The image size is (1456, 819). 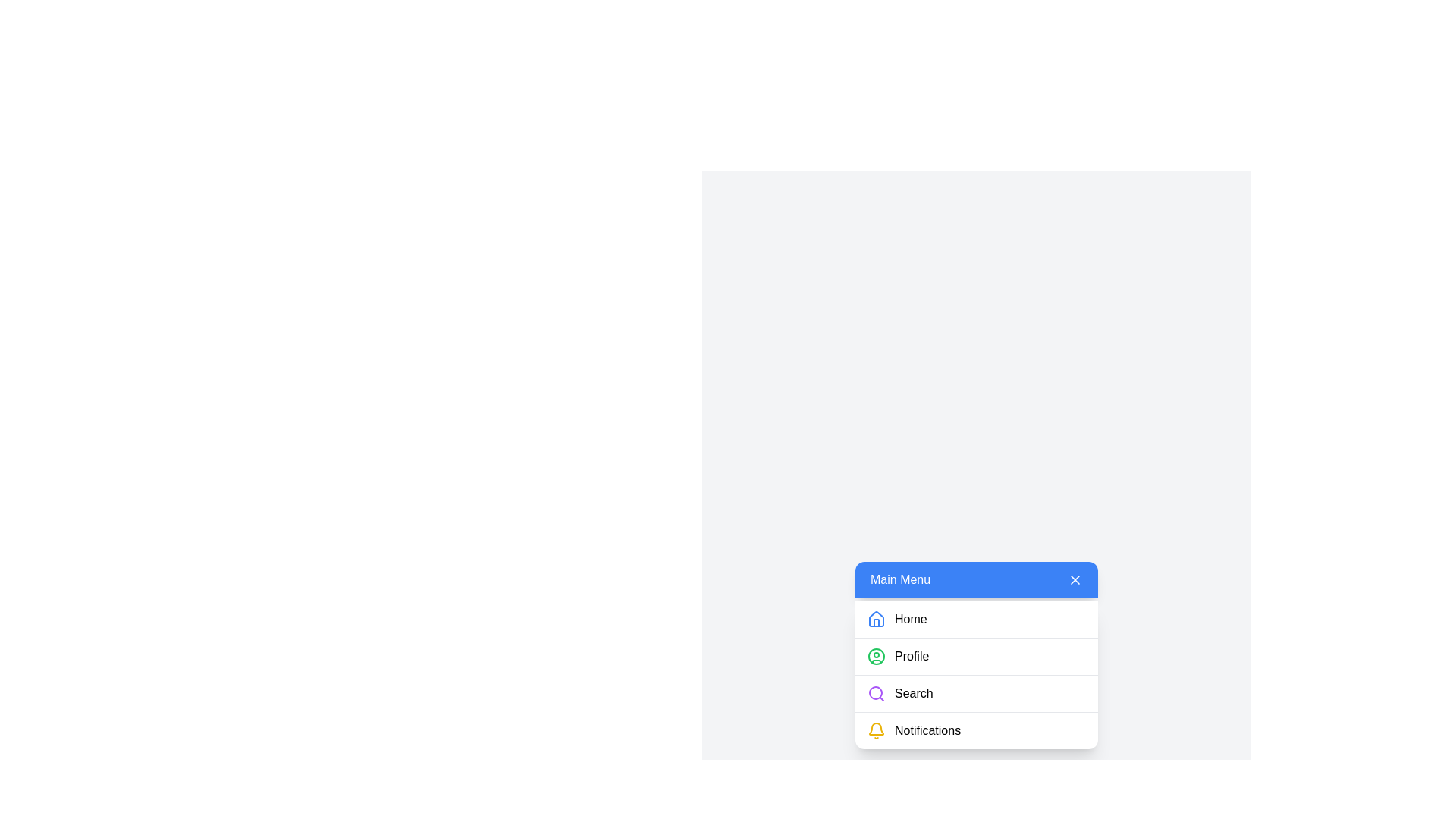 What do you see at coordinates (877, 620) in the screenshot?
I see `the blue house-shaped icon located to the left of the 'Home' text label in the first menu item` at bounding box center [877, 620].